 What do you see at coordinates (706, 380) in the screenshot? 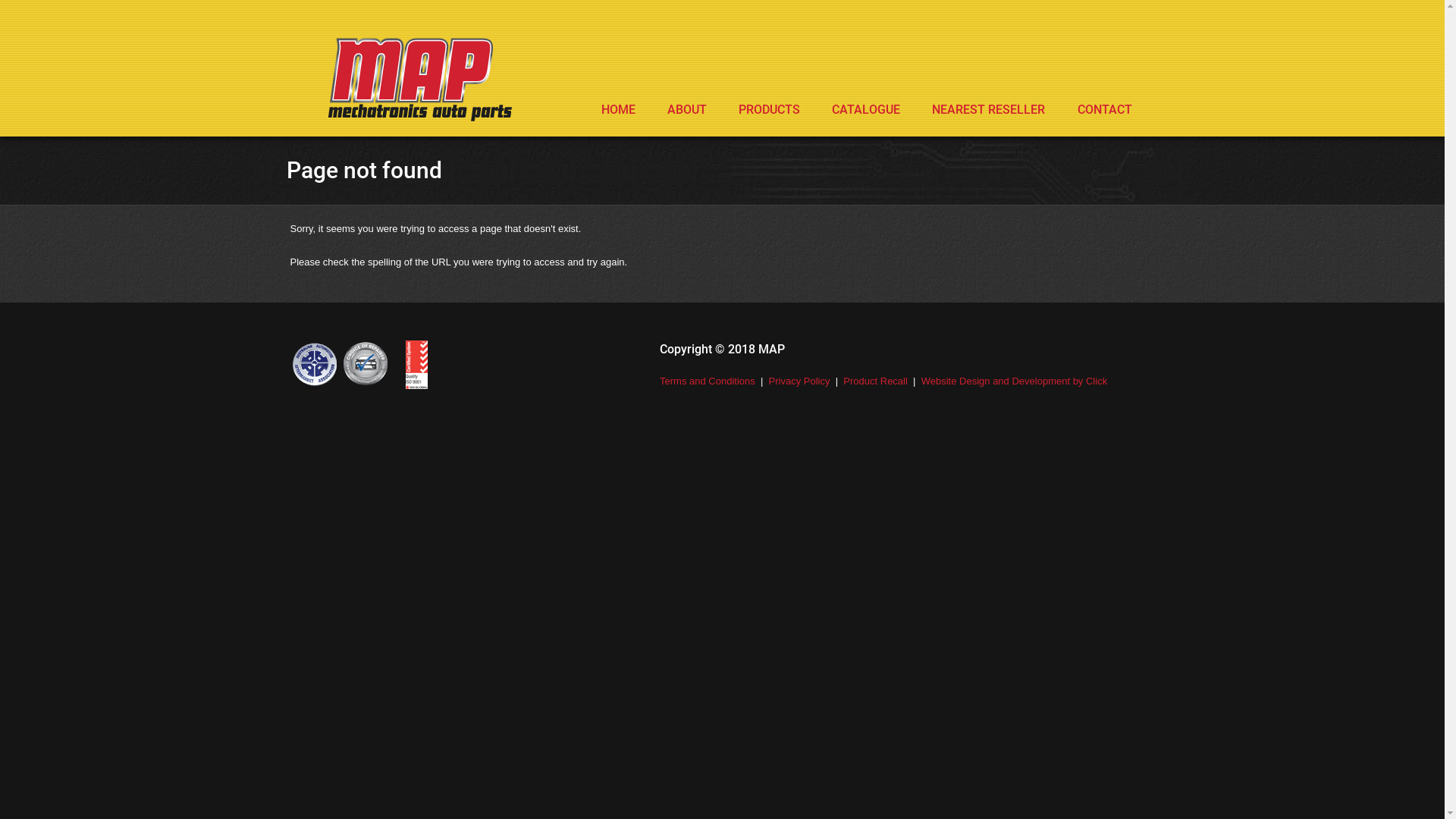
I see `'Terms and Conditions'` at bounding box center [706, 380].